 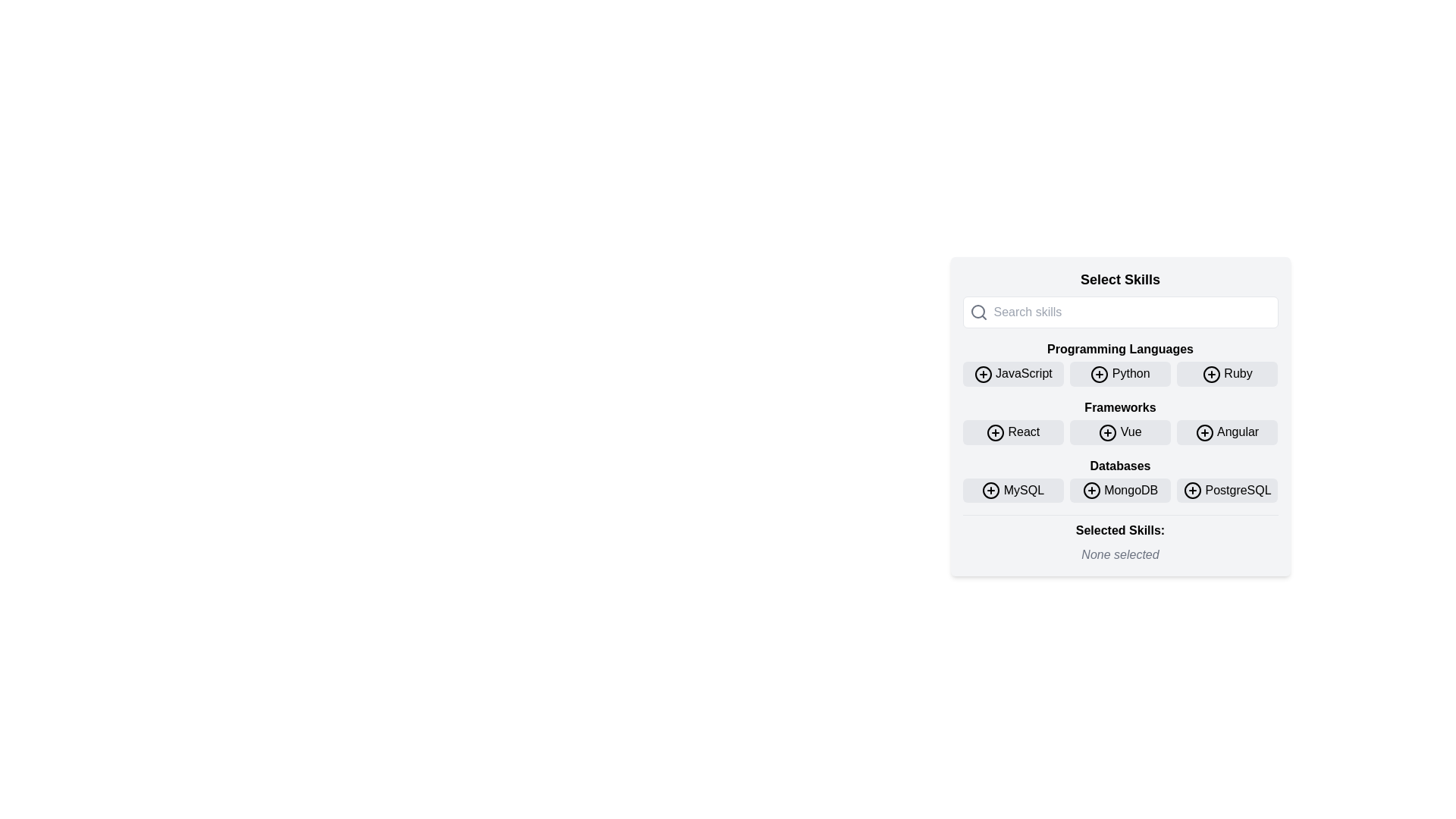 I want to click on the circular button with a '+' symbol in the center, so click(x=1090, y=491).